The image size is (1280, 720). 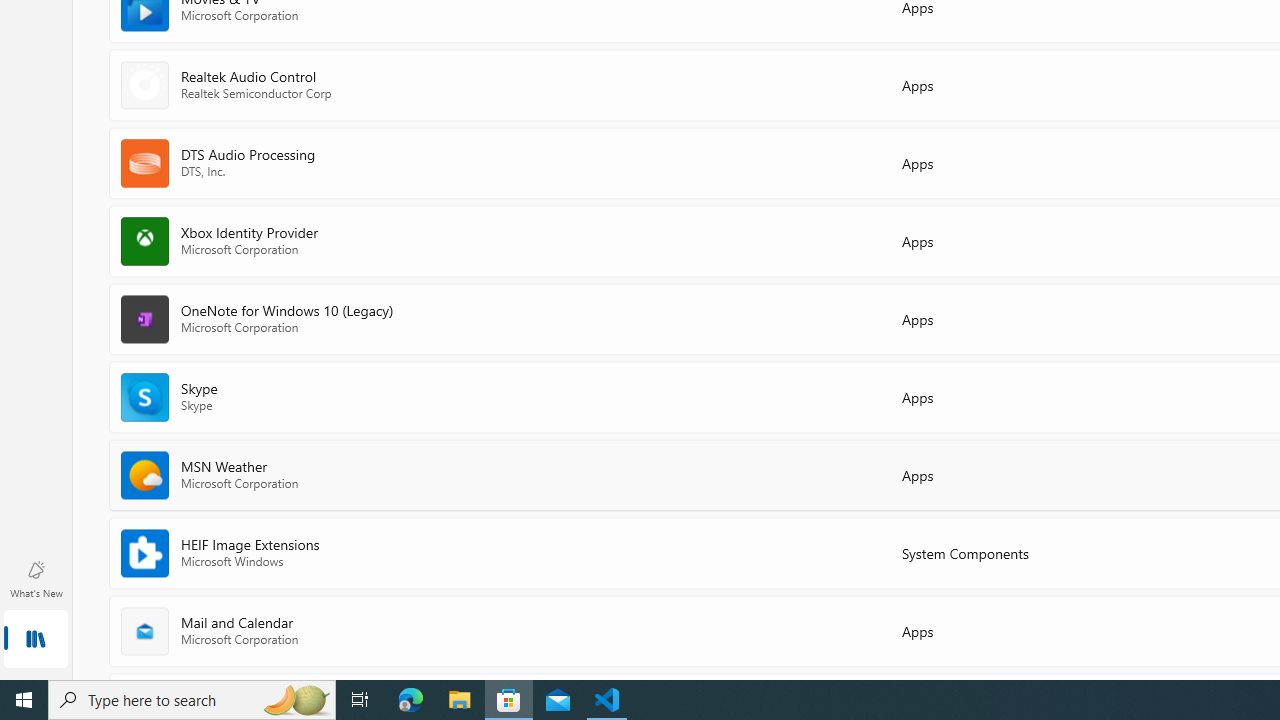 I want to click on 'What', so click(x=35, y=578).